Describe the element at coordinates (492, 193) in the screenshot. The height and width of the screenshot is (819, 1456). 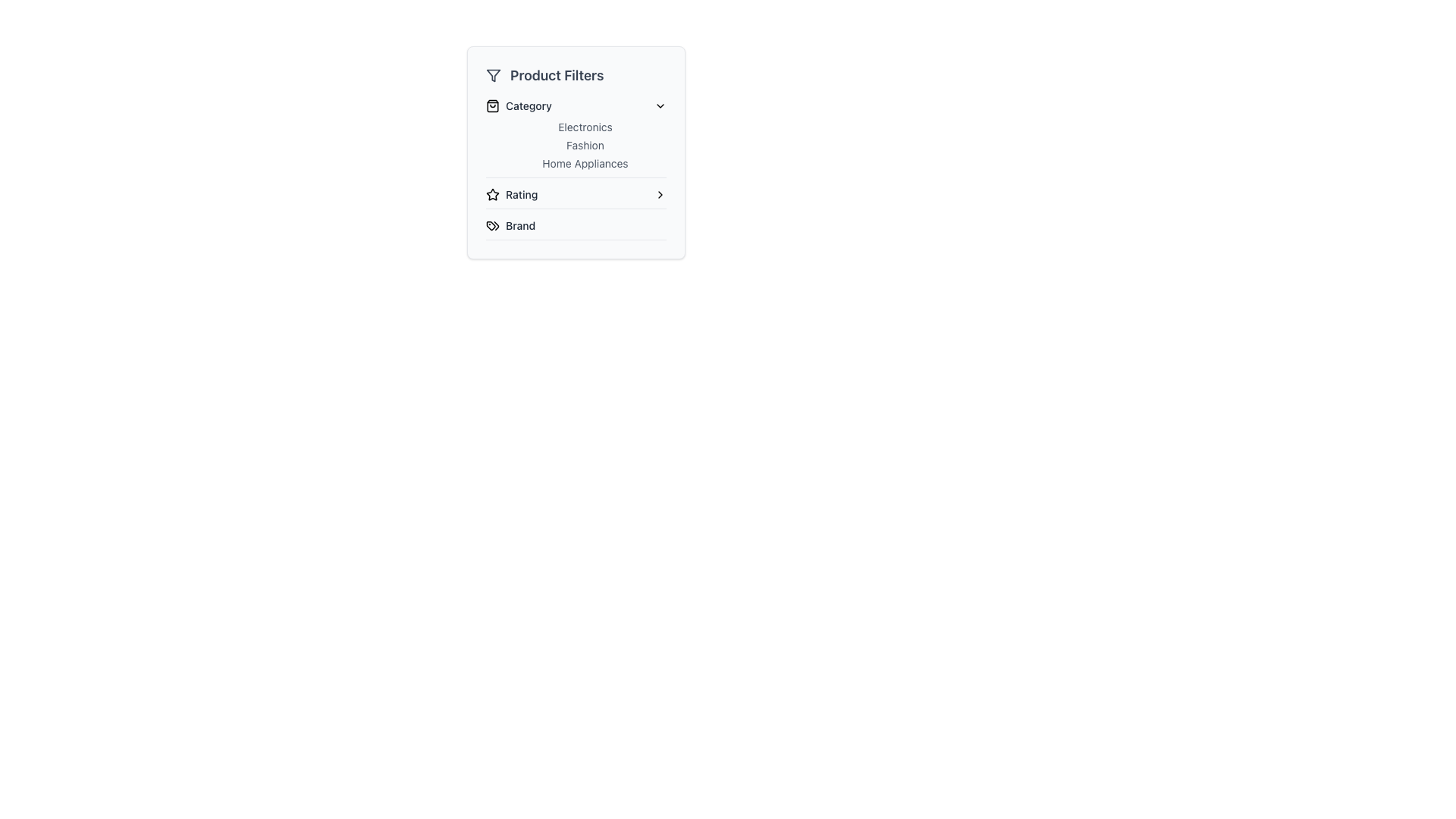
I see `the star icon representing the rating feature located in the 'Product Filters' widget, beneath the 'Category' title and above the 'Brand' title` at that location.